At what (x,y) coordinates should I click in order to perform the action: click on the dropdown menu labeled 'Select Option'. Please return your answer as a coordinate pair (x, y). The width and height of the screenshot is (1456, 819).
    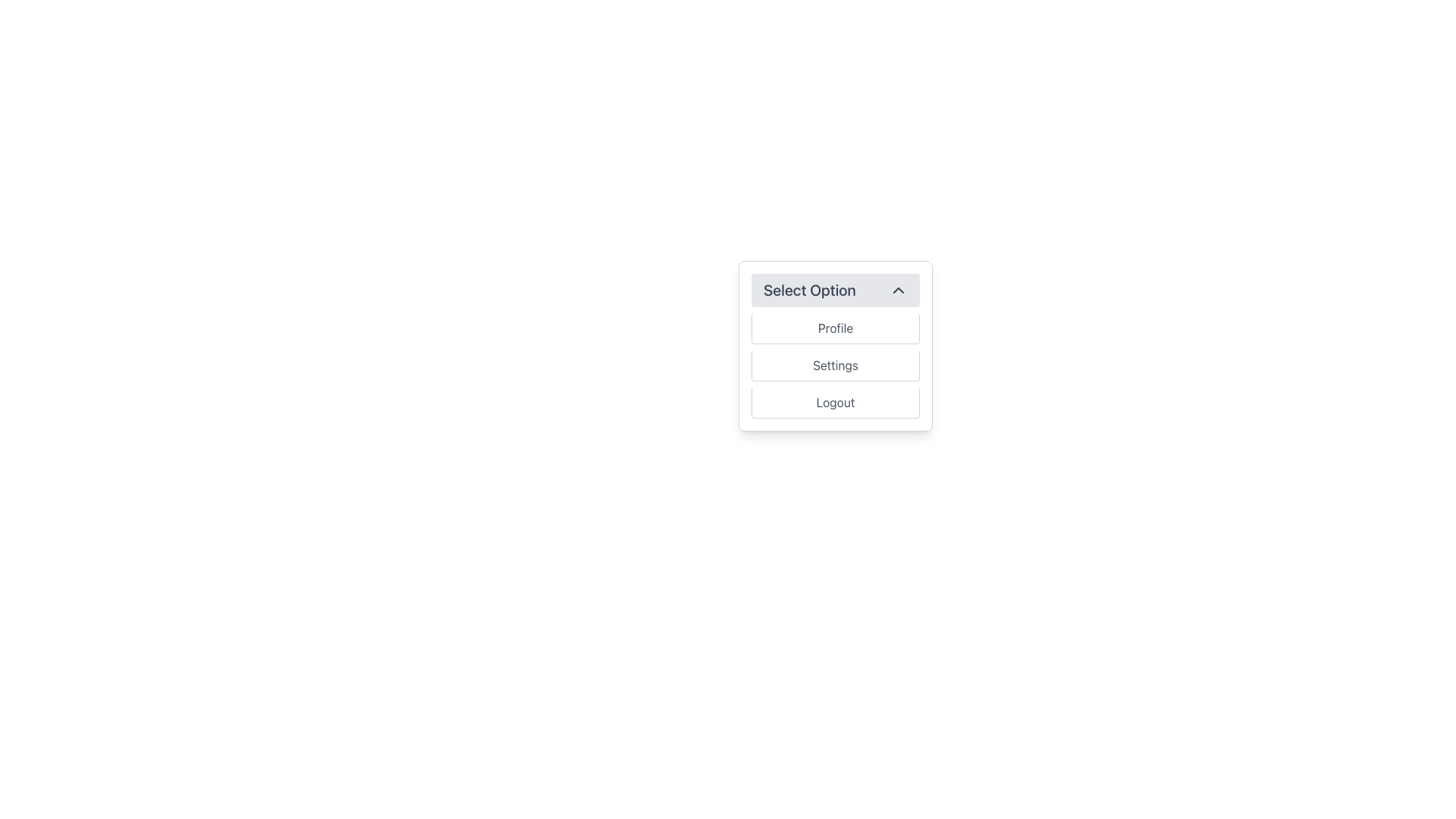
    Looking at the image, I should click on (835, 345).